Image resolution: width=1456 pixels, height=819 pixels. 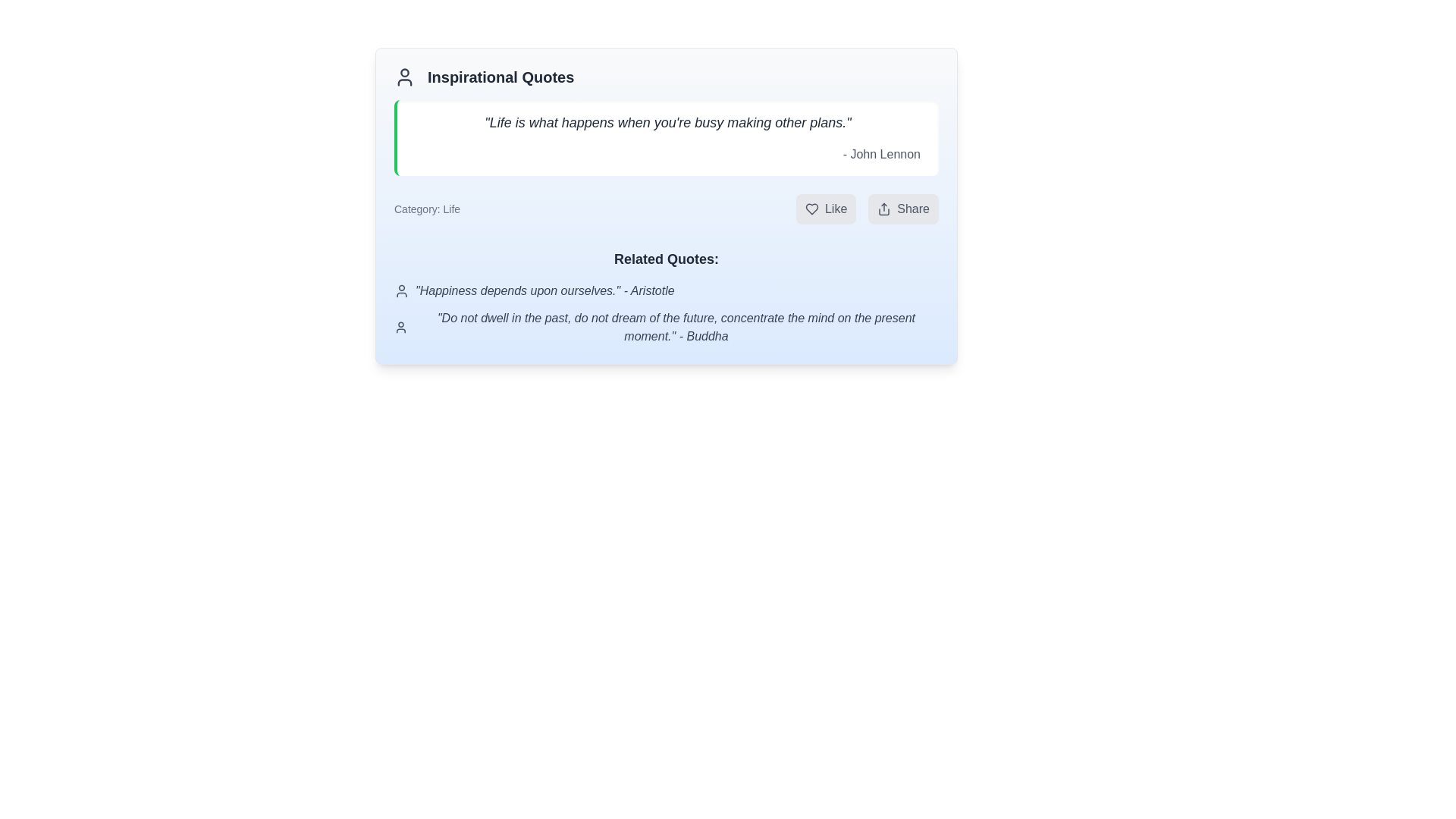 I want to click on the static text label or heading that introduces the content related to 'Inspirational Quotes', so click(x=500, y=77).